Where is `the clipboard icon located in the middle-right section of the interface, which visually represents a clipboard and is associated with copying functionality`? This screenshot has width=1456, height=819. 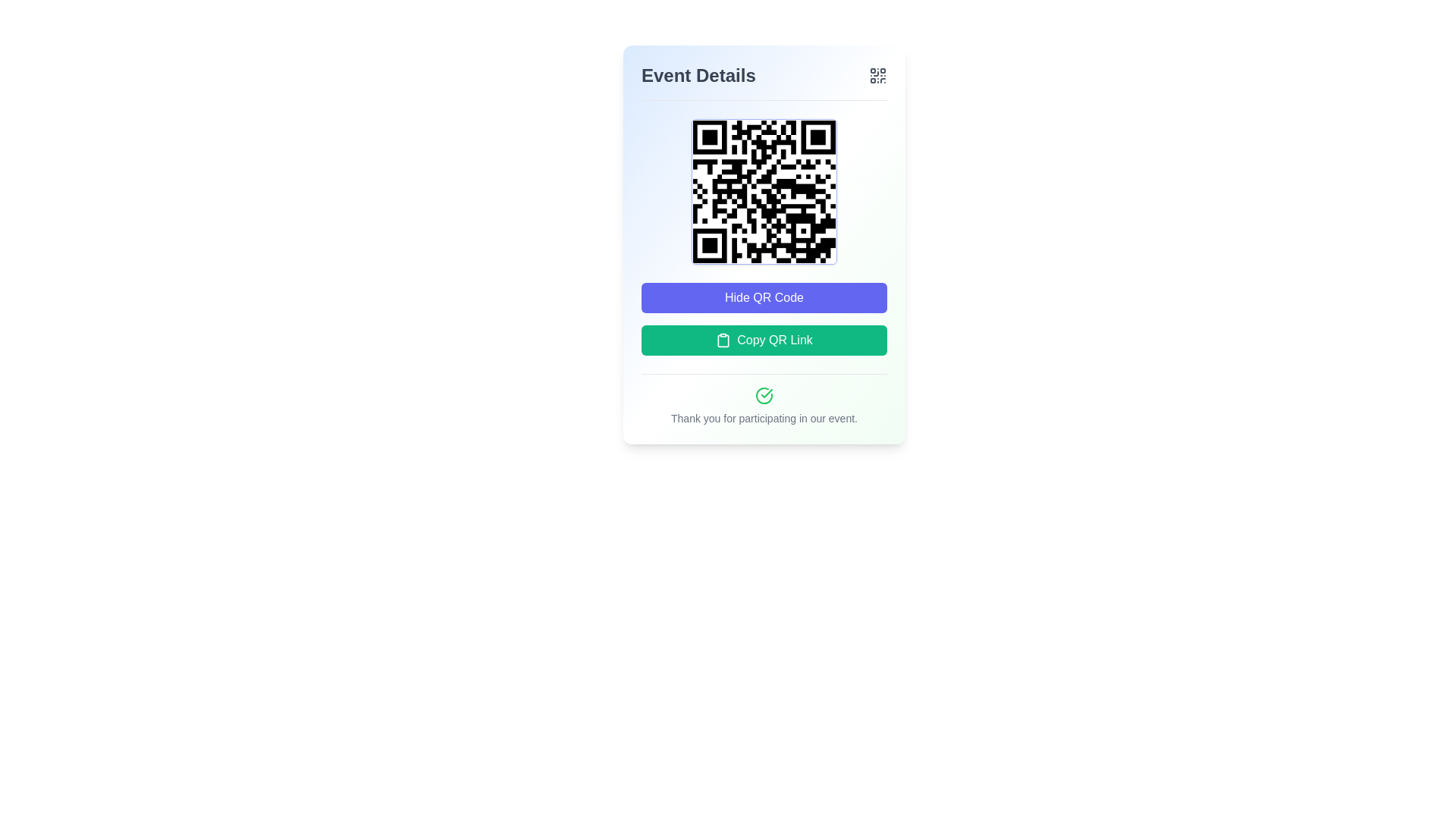
the clipboard icon located in the middle-right section of the interface, which visually represents a clipboard and is associated with copying functionality is located at coordinates (723, 340).